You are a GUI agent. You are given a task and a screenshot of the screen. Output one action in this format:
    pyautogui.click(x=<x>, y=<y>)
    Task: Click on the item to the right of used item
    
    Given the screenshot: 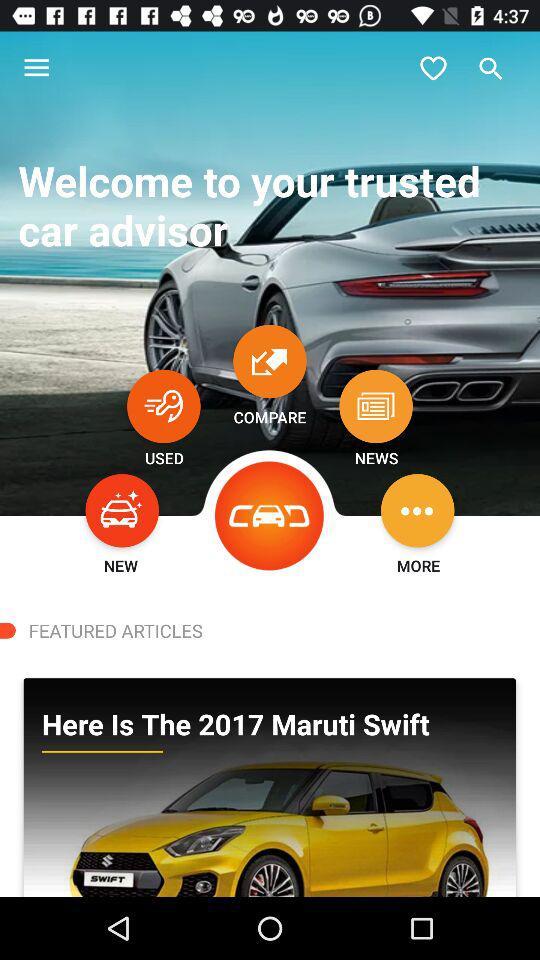 What is the action you would take?
    pyautogui.click(x=270, y=515)
    